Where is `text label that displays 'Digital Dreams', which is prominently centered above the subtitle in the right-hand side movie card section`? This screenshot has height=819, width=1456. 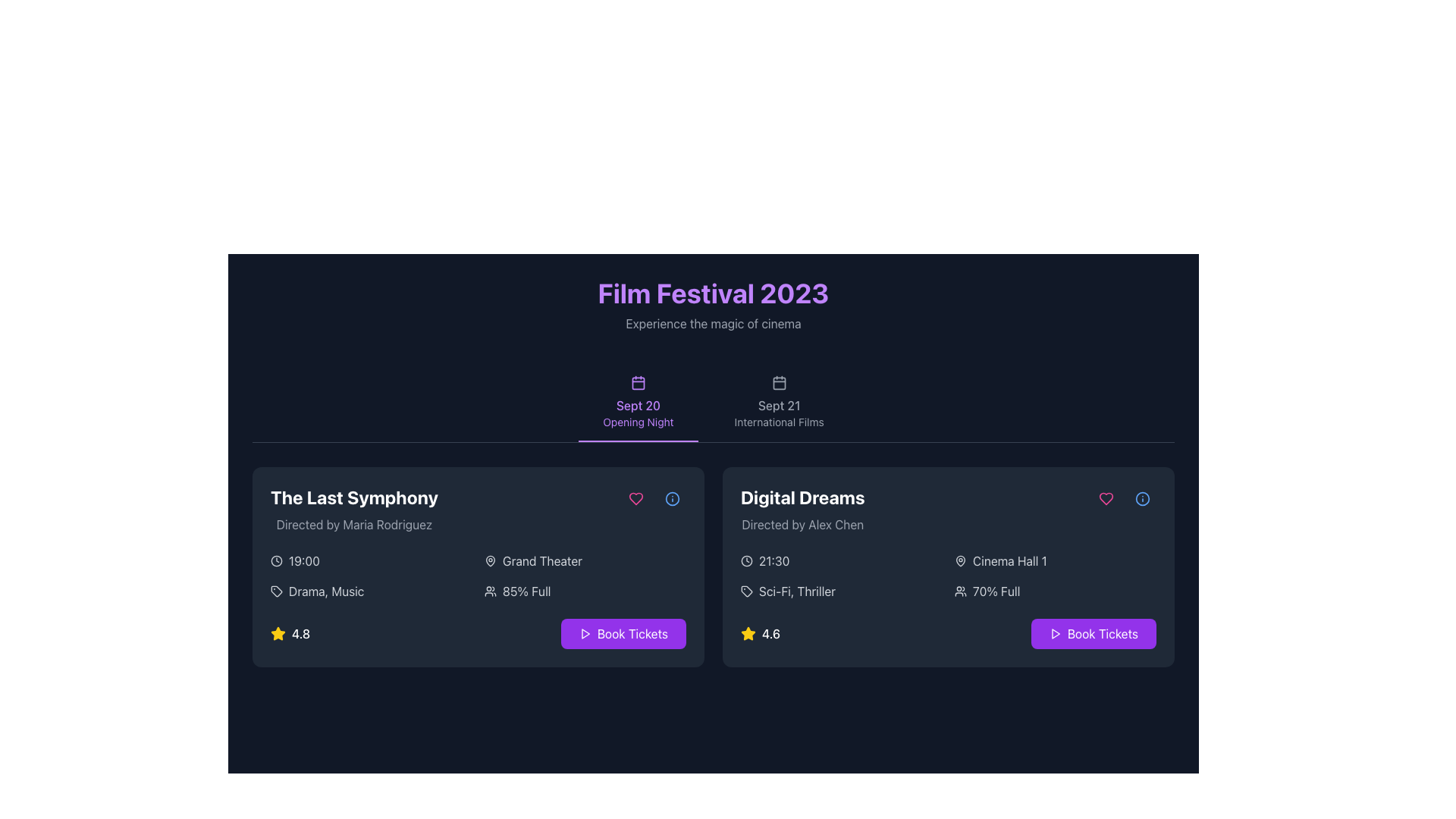
text label that displays 'Digital Dreams', which is prominently centered above the subtitle in the right-hand side movie card section is located at coordinates (802, 497).